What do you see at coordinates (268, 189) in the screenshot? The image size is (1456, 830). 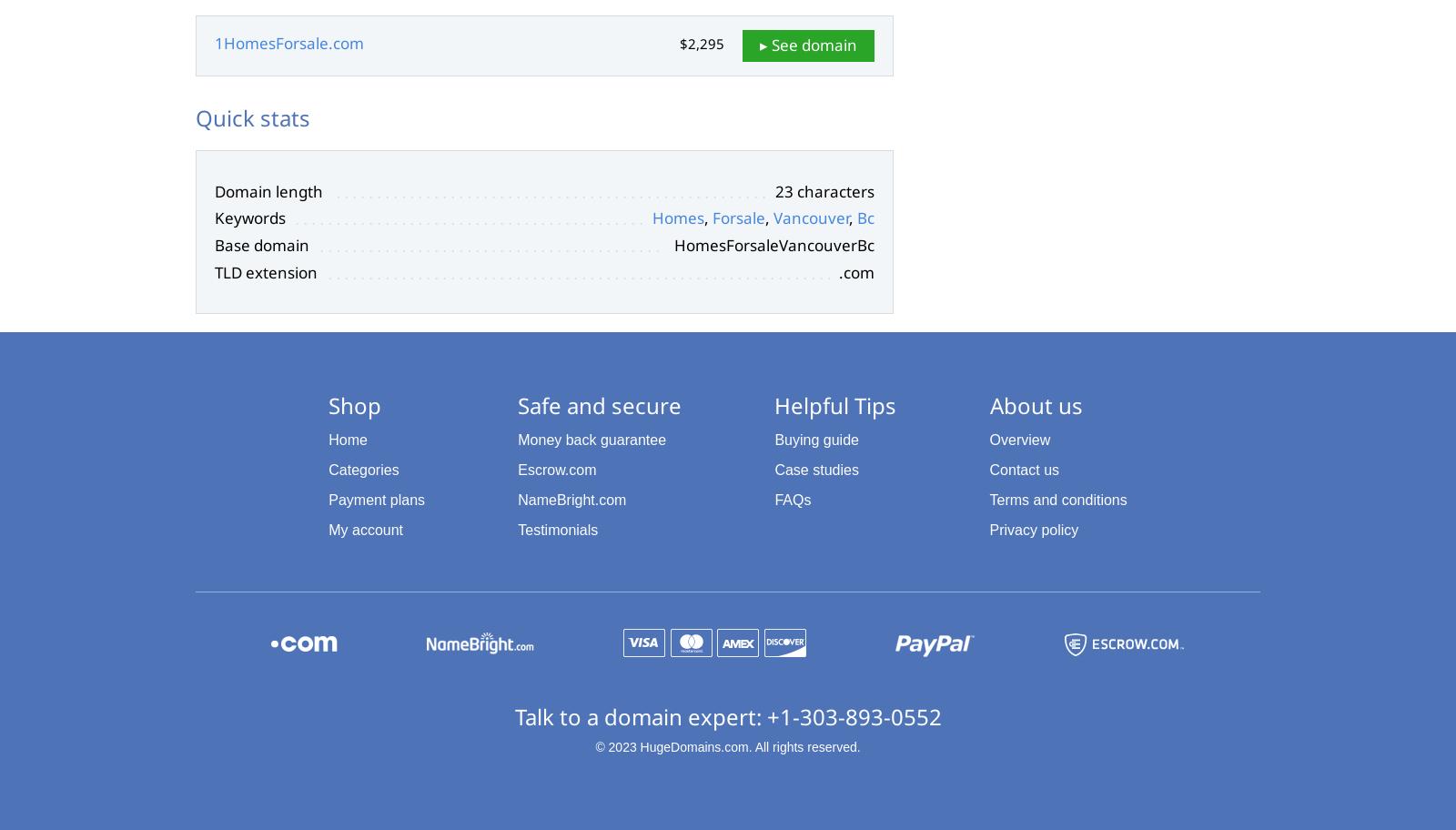 I see `'Domain length'` at bounding box center [268, 189].